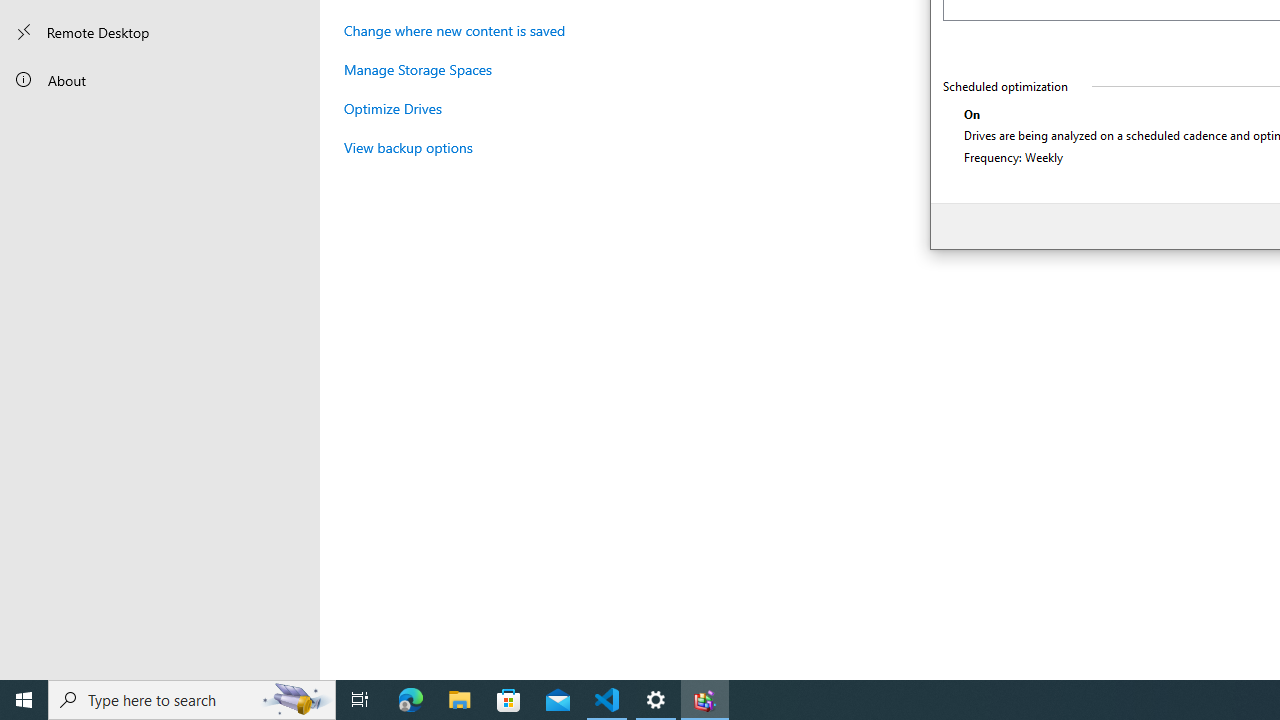  What do you see at coordinates (656, 698) in the screenshot?
I see `'Settings - 1 running window'` at bounding box center [656, 698].